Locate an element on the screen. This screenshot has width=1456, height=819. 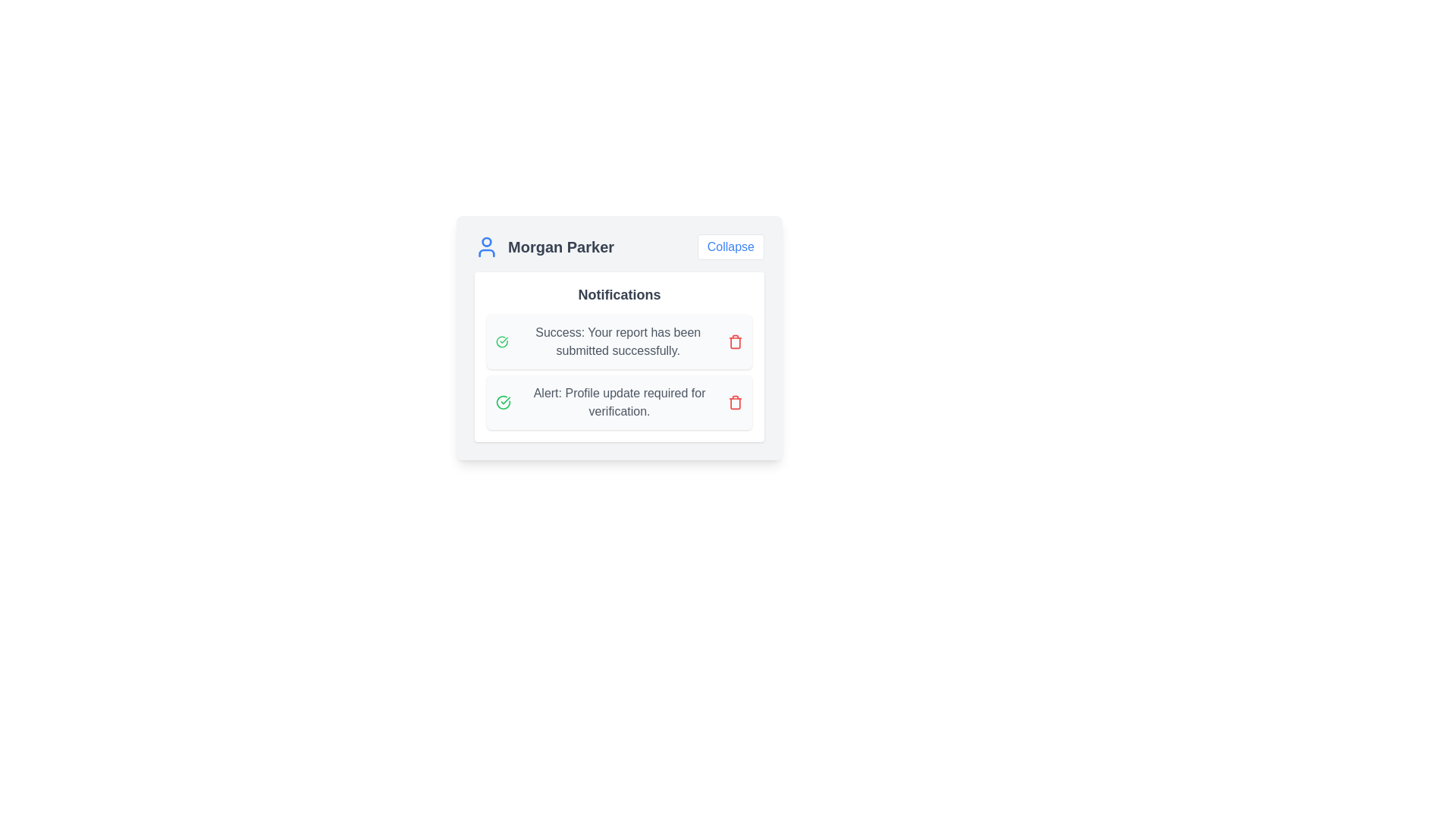
the central SVG Circle element that represents the avatar outline in the user card located at the top left of the card is located at coordinates (487, 241).